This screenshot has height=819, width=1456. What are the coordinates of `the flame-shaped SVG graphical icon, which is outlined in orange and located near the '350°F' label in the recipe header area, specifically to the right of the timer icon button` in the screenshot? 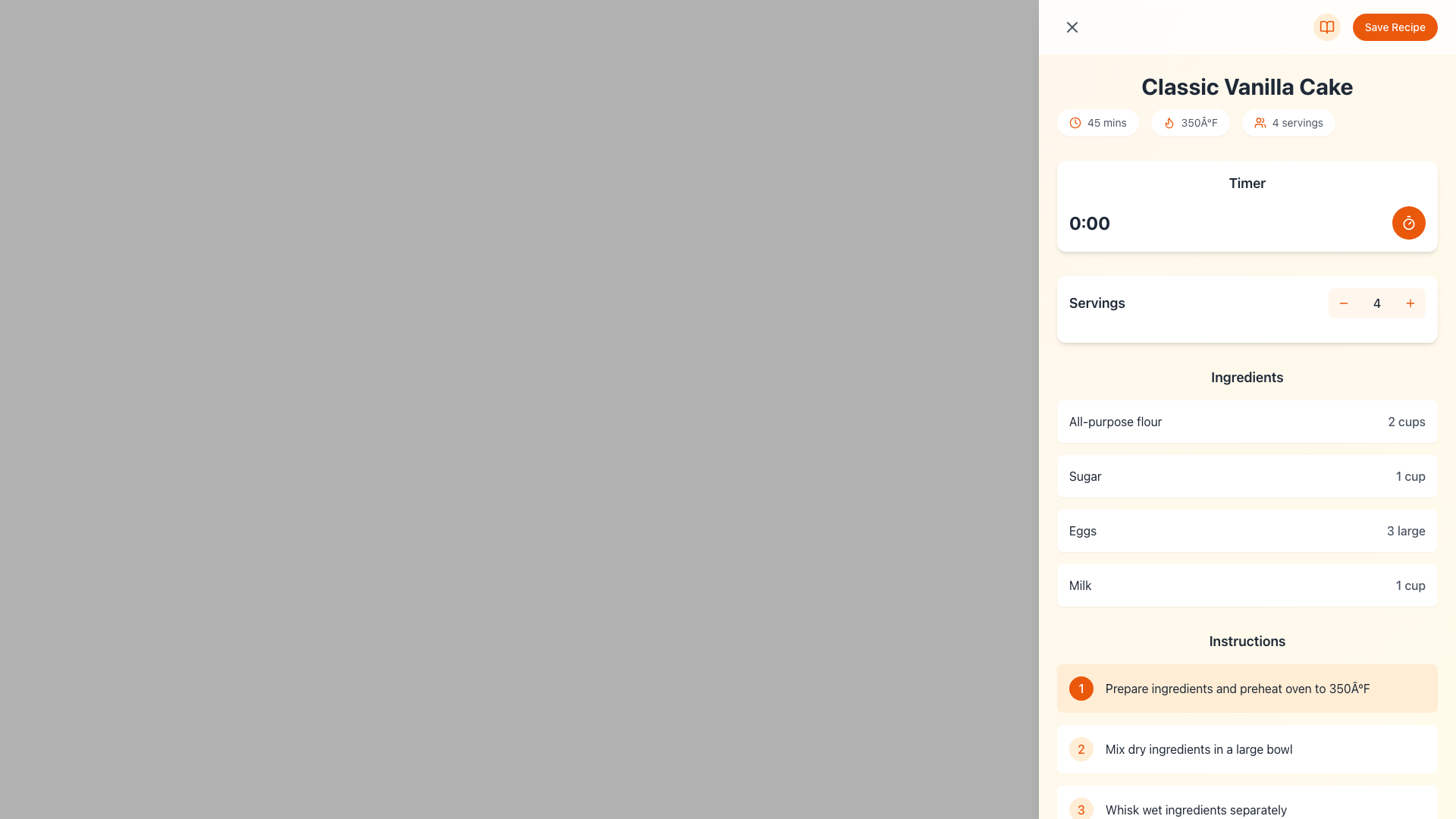 It's located at (1168, 122).